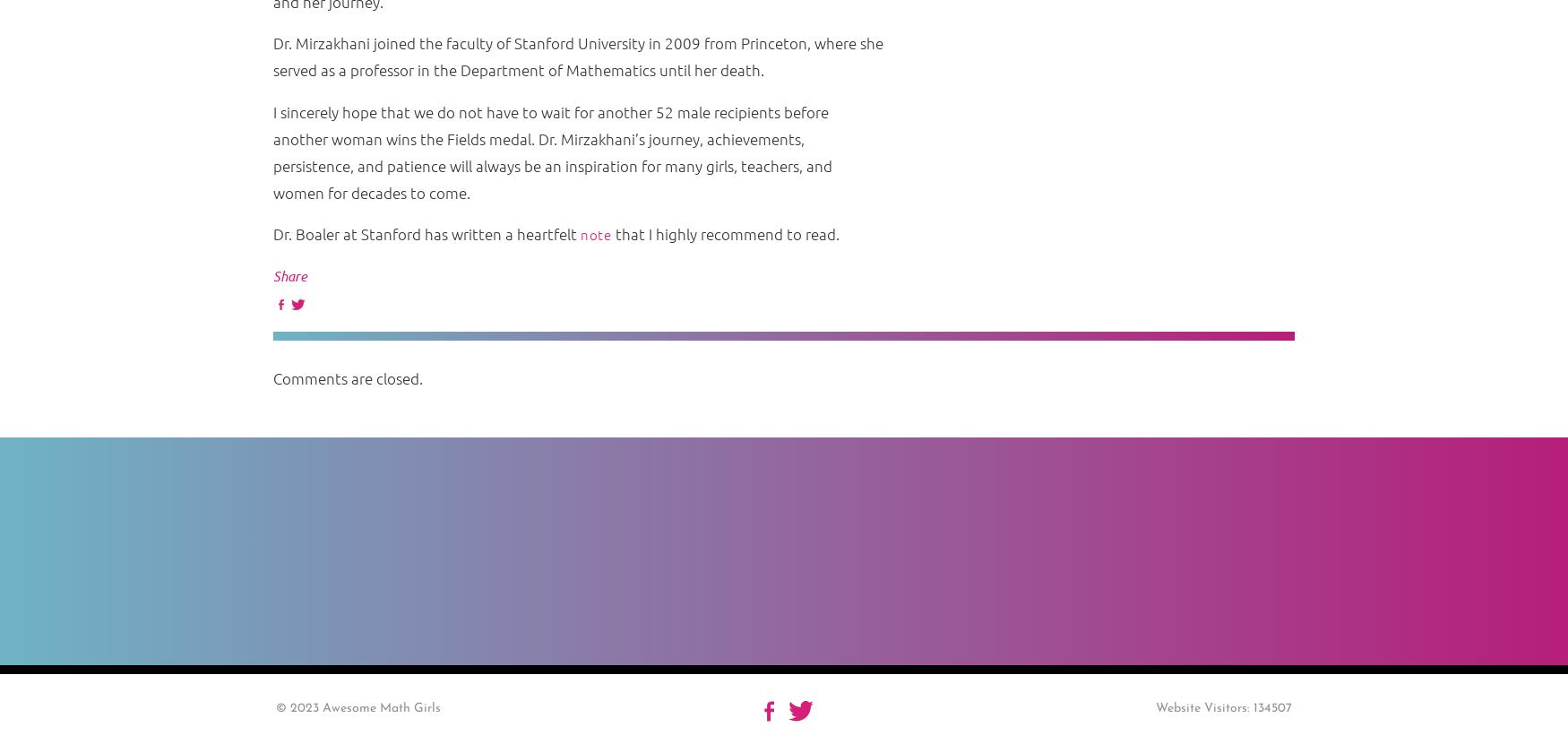 This screenshot has height=753, width=1568. I want to click on 'Dr. Boaler at Stanford has written a heartfelt', so click(426, 233).